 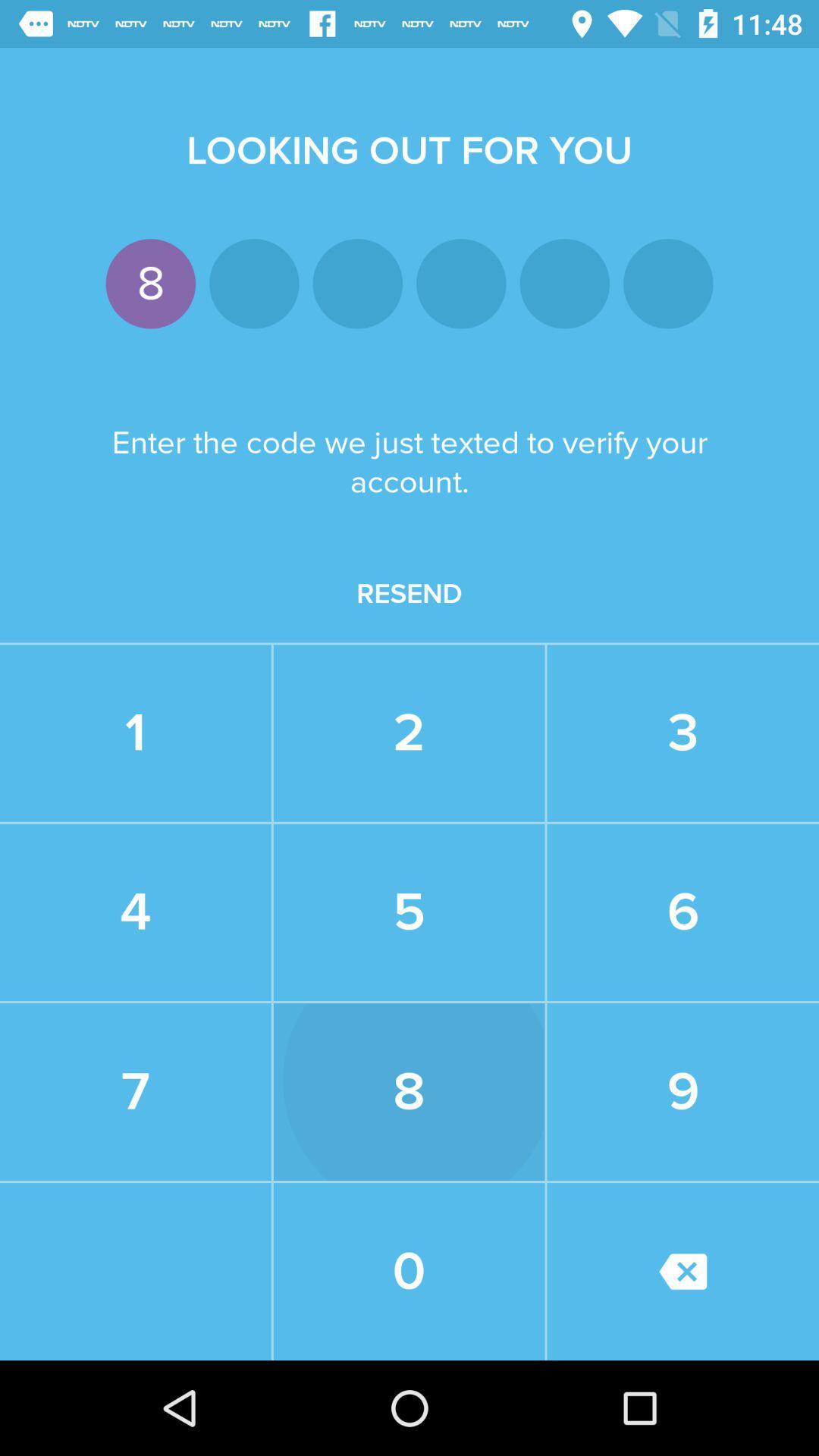 What do you see at coordinates (134, 912) in the screenshot?
I see `4 item` at bounding box center [134, 912].